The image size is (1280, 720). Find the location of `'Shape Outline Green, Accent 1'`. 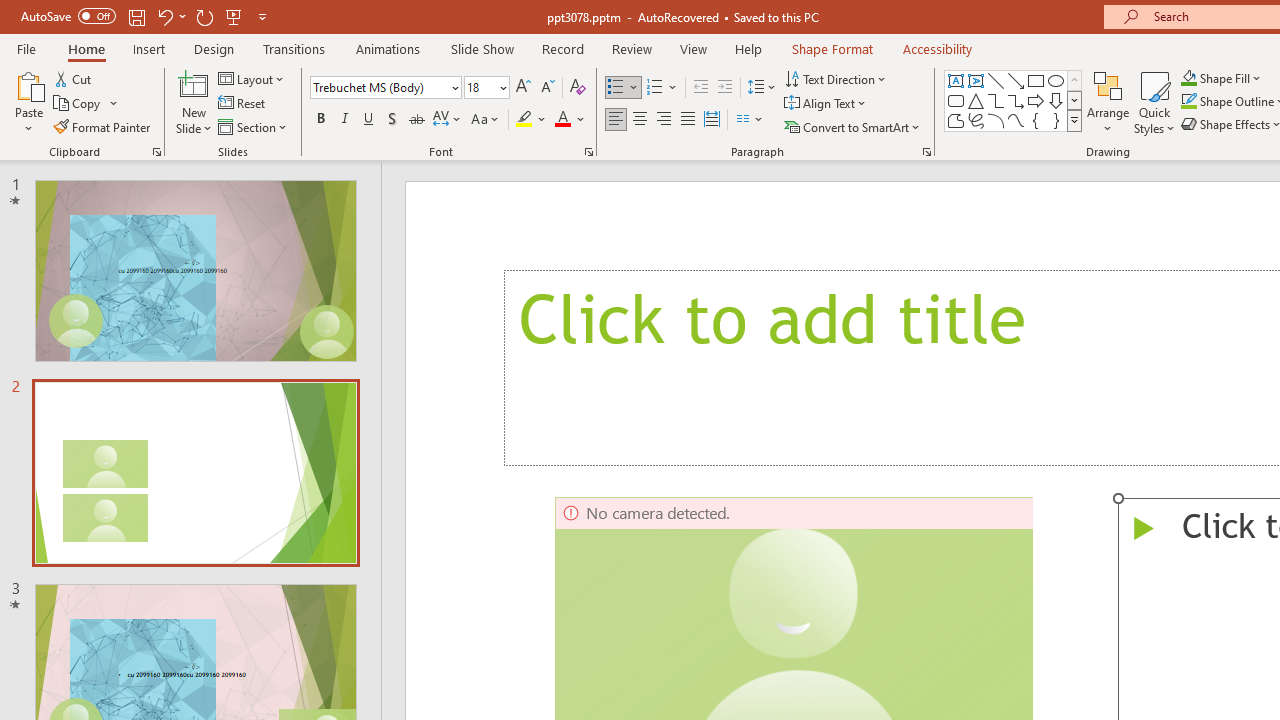

'Shape Outline Green, Accent 1' is located at coordinates (1189, 101).